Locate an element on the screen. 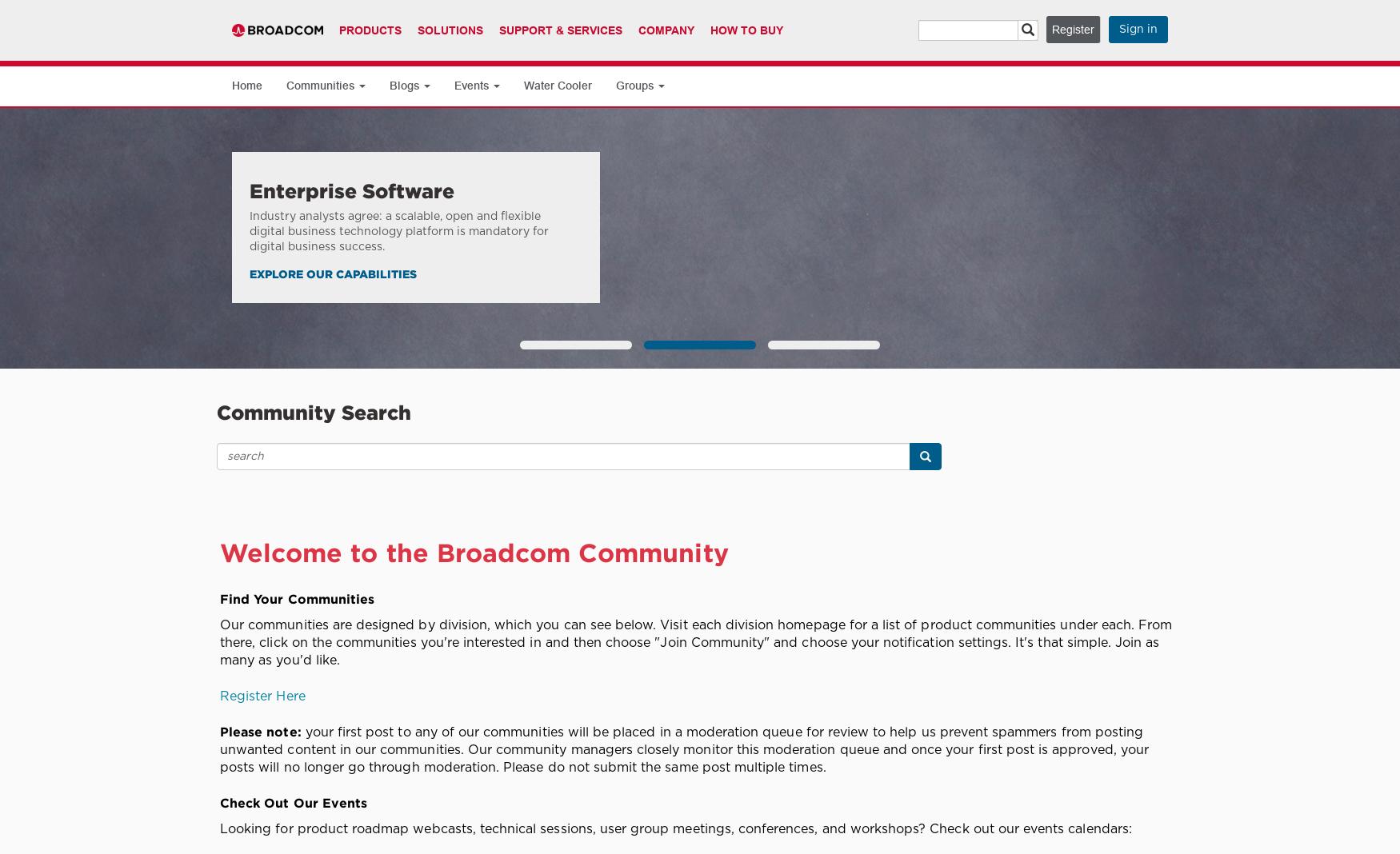 This screenshot has width=1400, height=854. 'Sign in' is located at coordinates (1118, 28).